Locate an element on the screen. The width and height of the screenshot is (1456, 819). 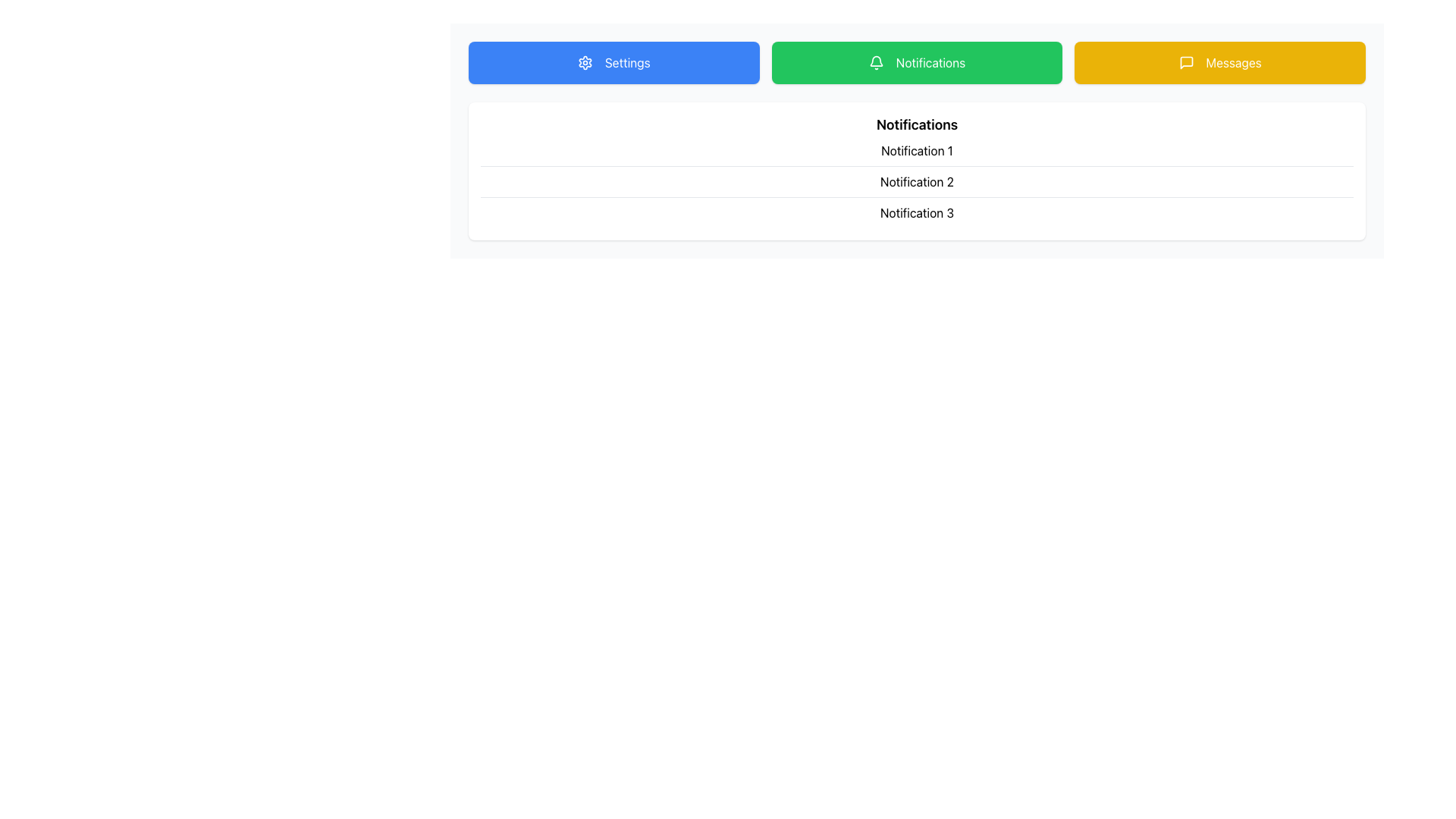
the Notifications button which features a bell icon as its centerpiece, providing access to notifications or alerts is located at coordinates (876, 60).